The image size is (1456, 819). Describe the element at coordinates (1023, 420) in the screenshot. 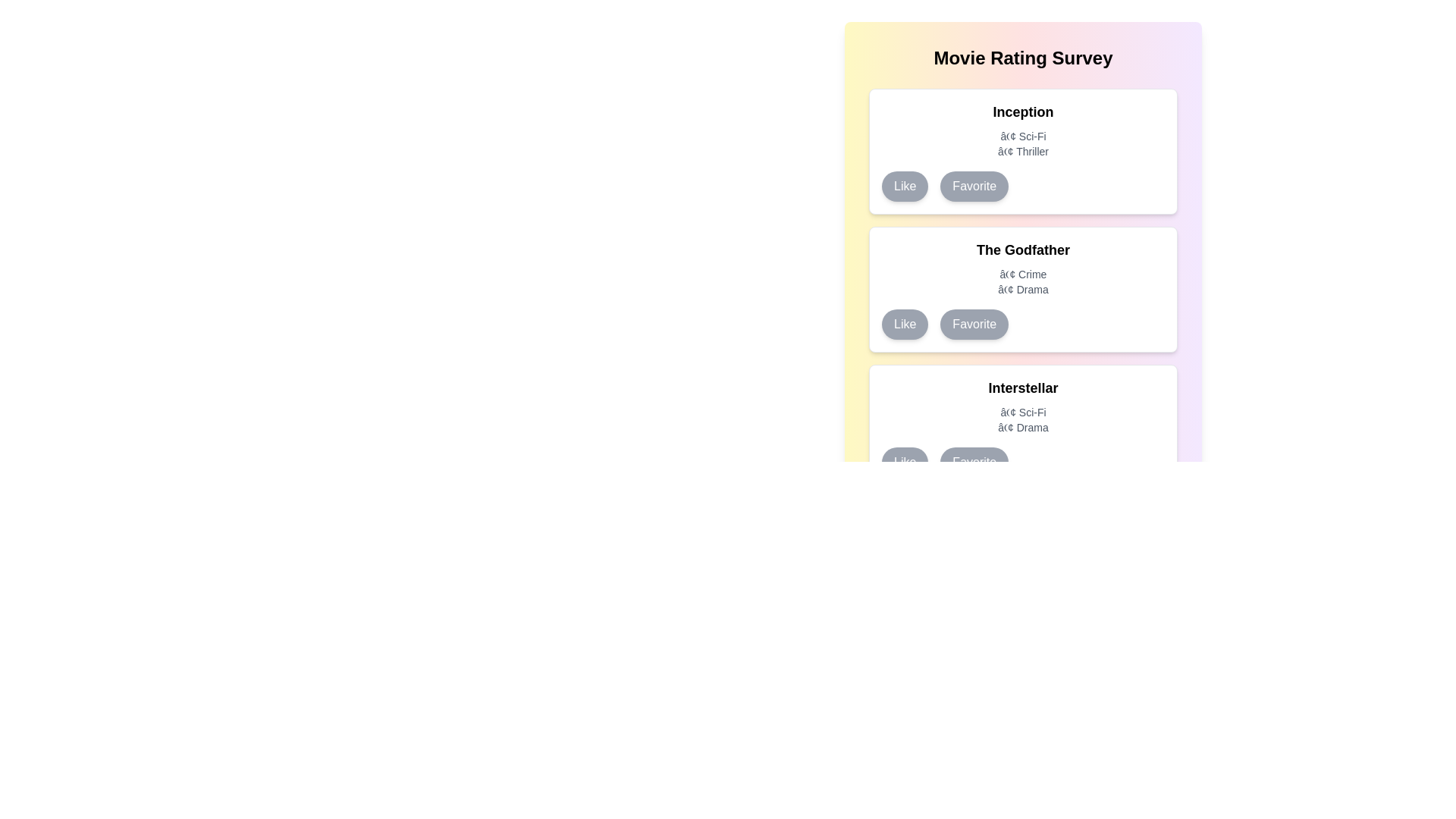

I see `the text display element showing the genres '• Sci-Fi • Drama', which is located below the title 'Interstellar' and above the buttons 'Like' and 'Favorite'` at that location.